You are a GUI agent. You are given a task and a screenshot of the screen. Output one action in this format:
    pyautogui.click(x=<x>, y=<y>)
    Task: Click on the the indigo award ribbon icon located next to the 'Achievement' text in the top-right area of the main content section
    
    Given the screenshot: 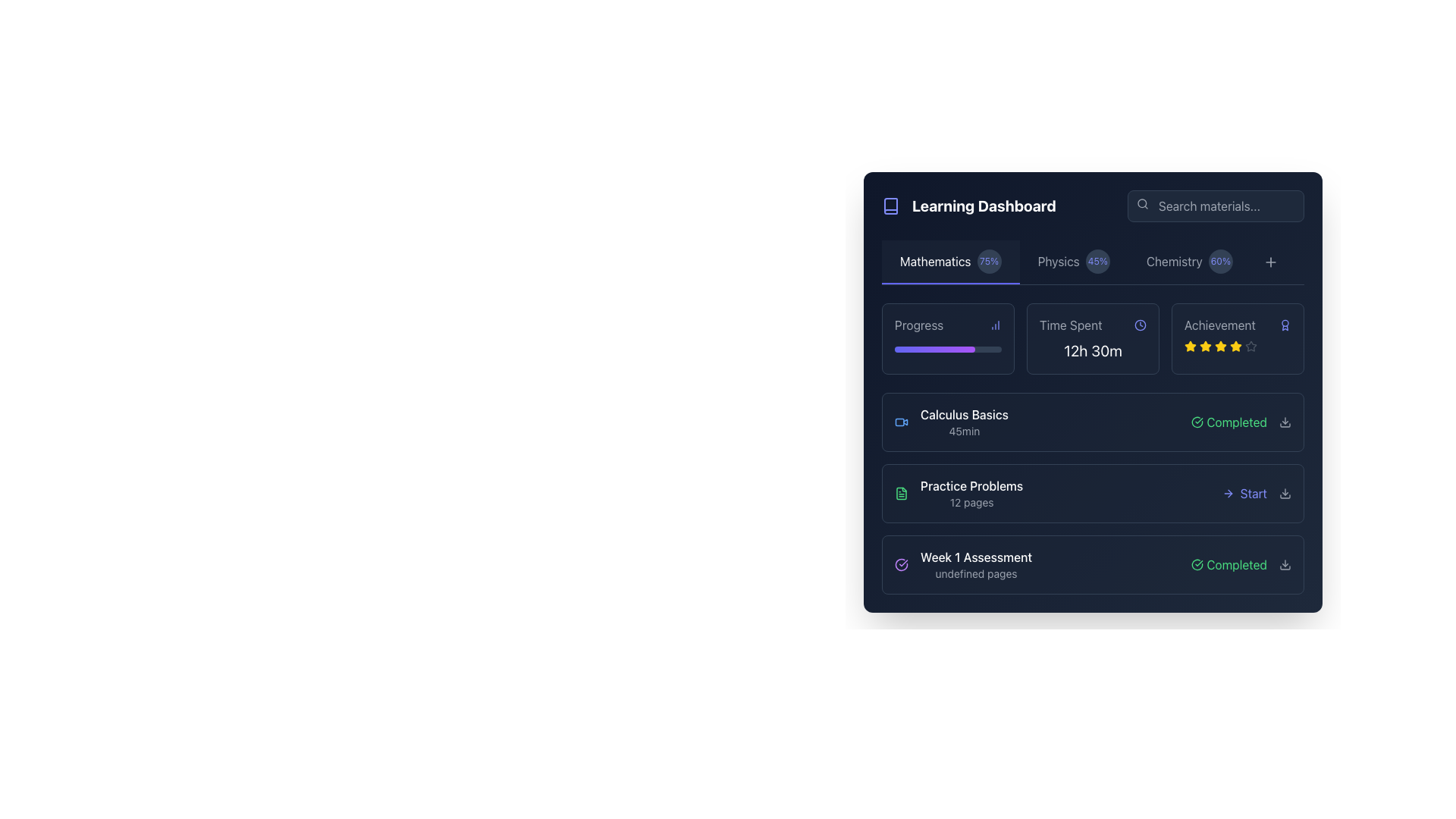 What is the action you would take?
    pyautogui.click(x=1284, y=324)
    